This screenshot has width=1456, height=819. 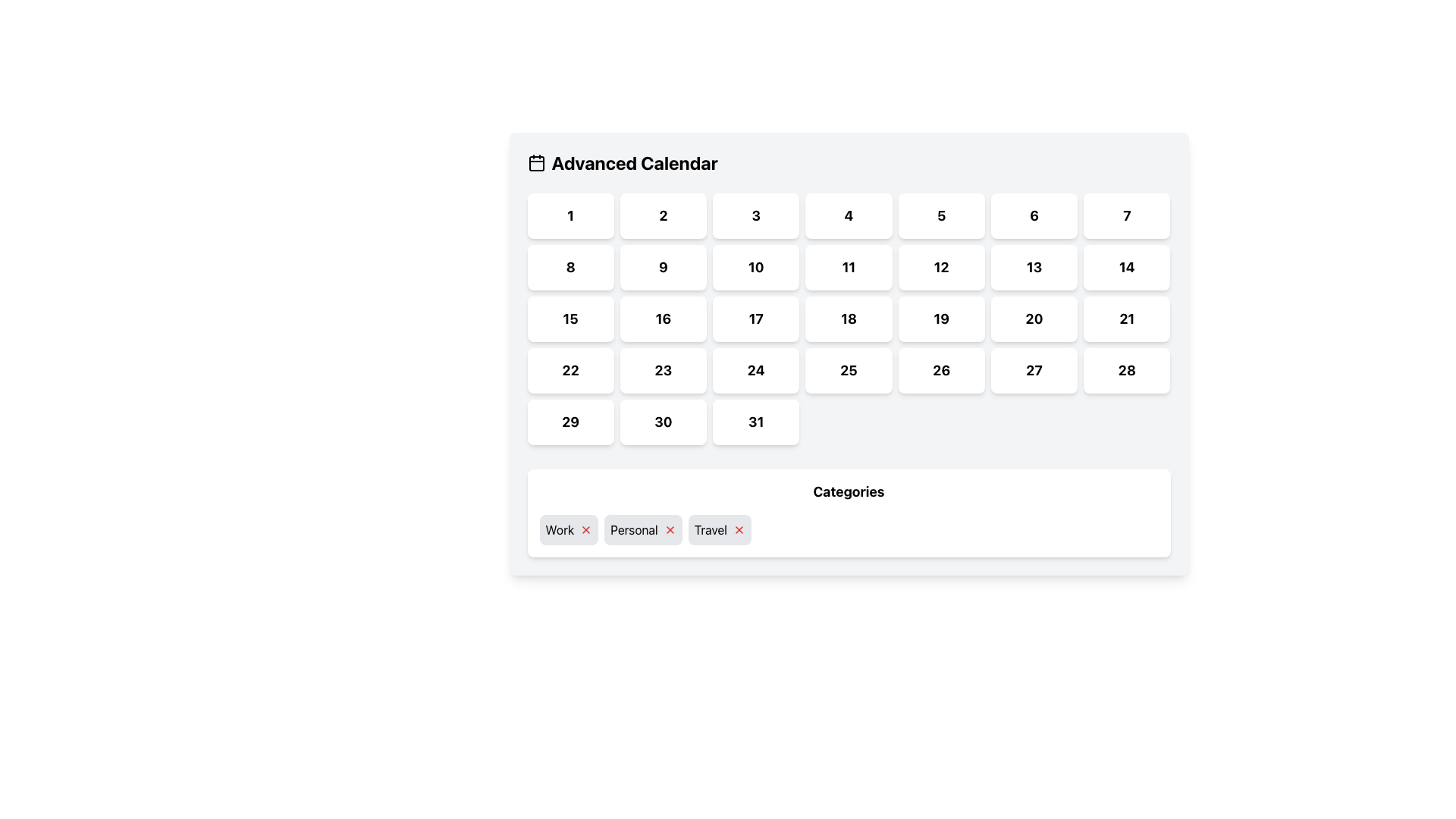 What do you see at coordinates (1127, 215) in the screenshot?
I see `the text element displaying the number '7' which is positioned in the second row of a calendar grid interface, within a white, rounded rectangle` at bounding box center [1127, 215].